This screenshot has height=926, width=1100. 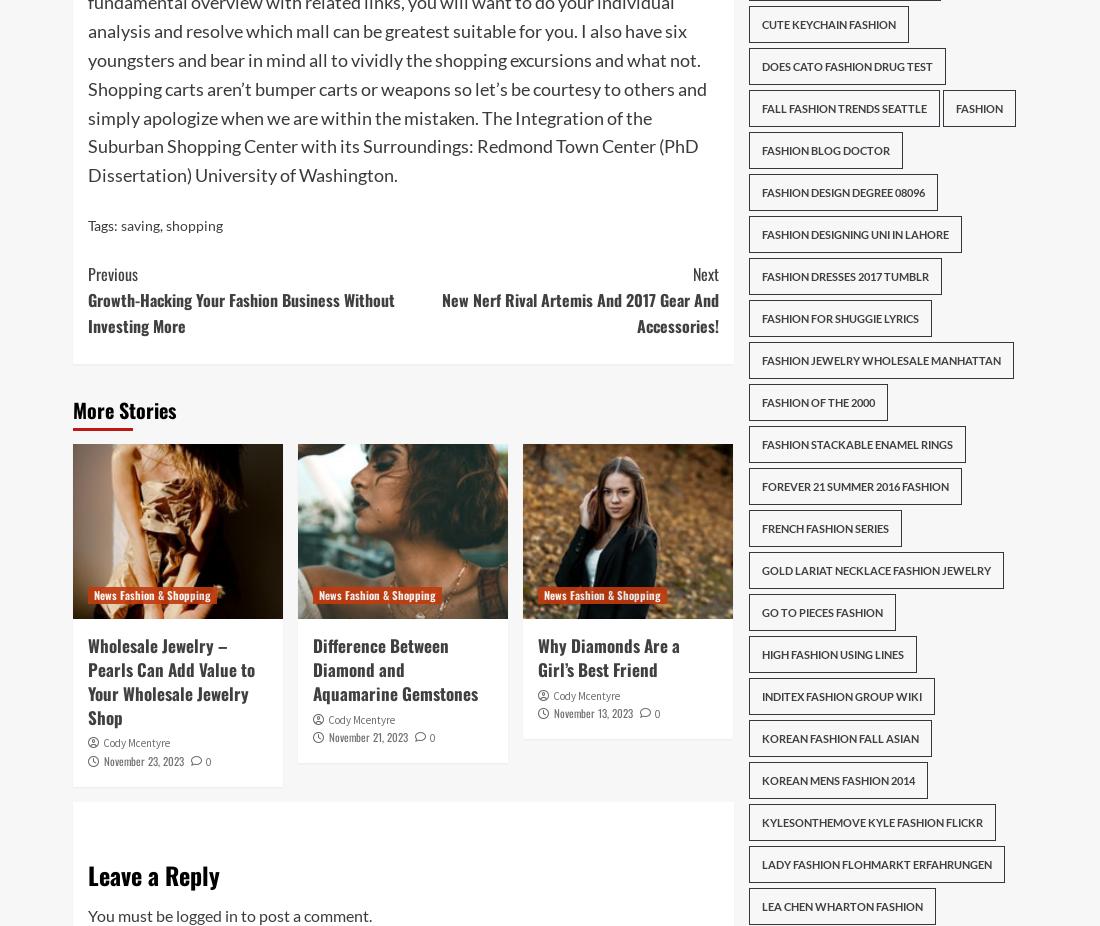 What do you see at coordinates (592, 713) in the screenshot?
I see `'November 13, 2023'` at bounding box center [592, 713].